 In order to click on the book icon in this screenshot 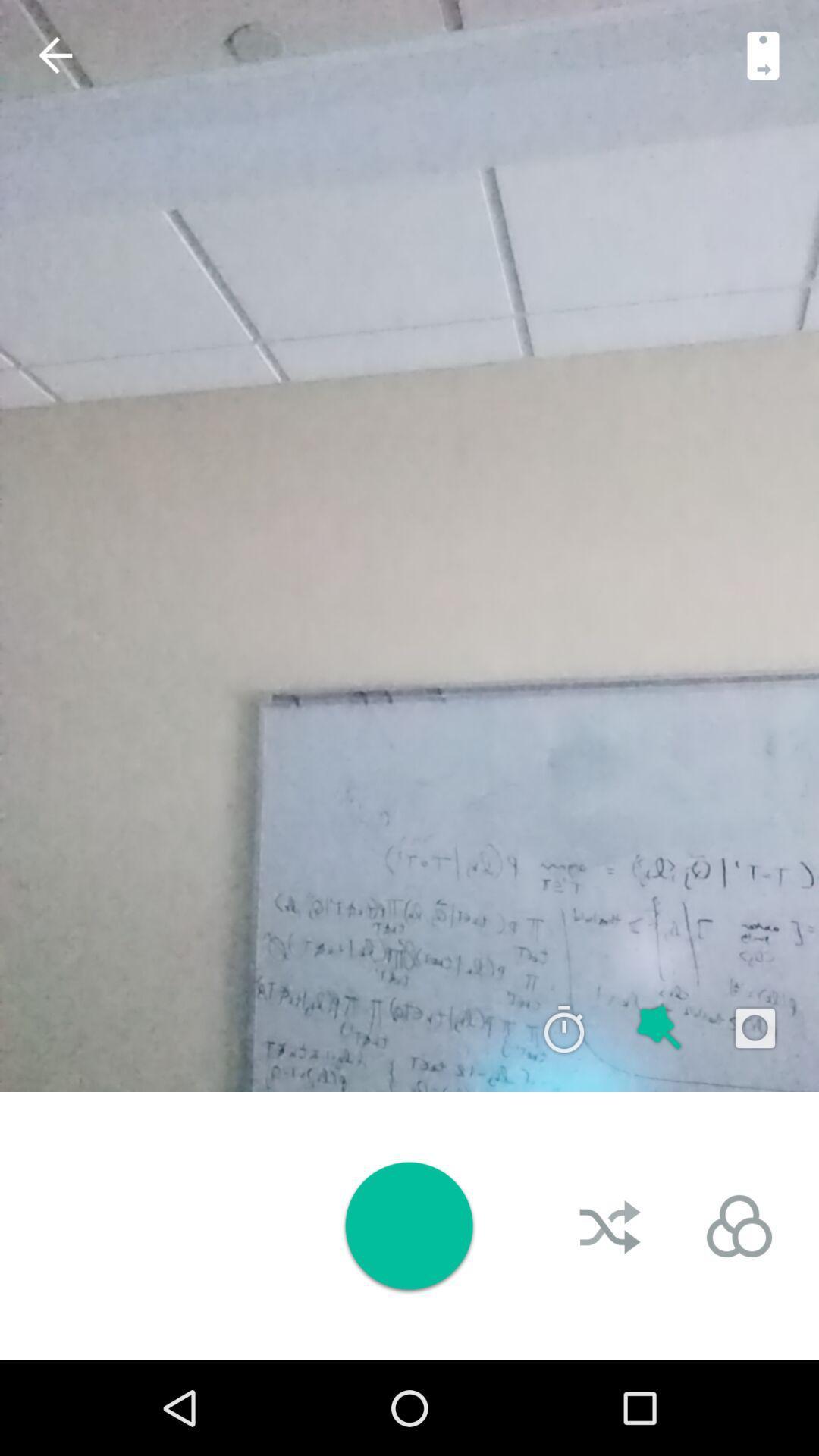, I will do `click(763, 55)`.